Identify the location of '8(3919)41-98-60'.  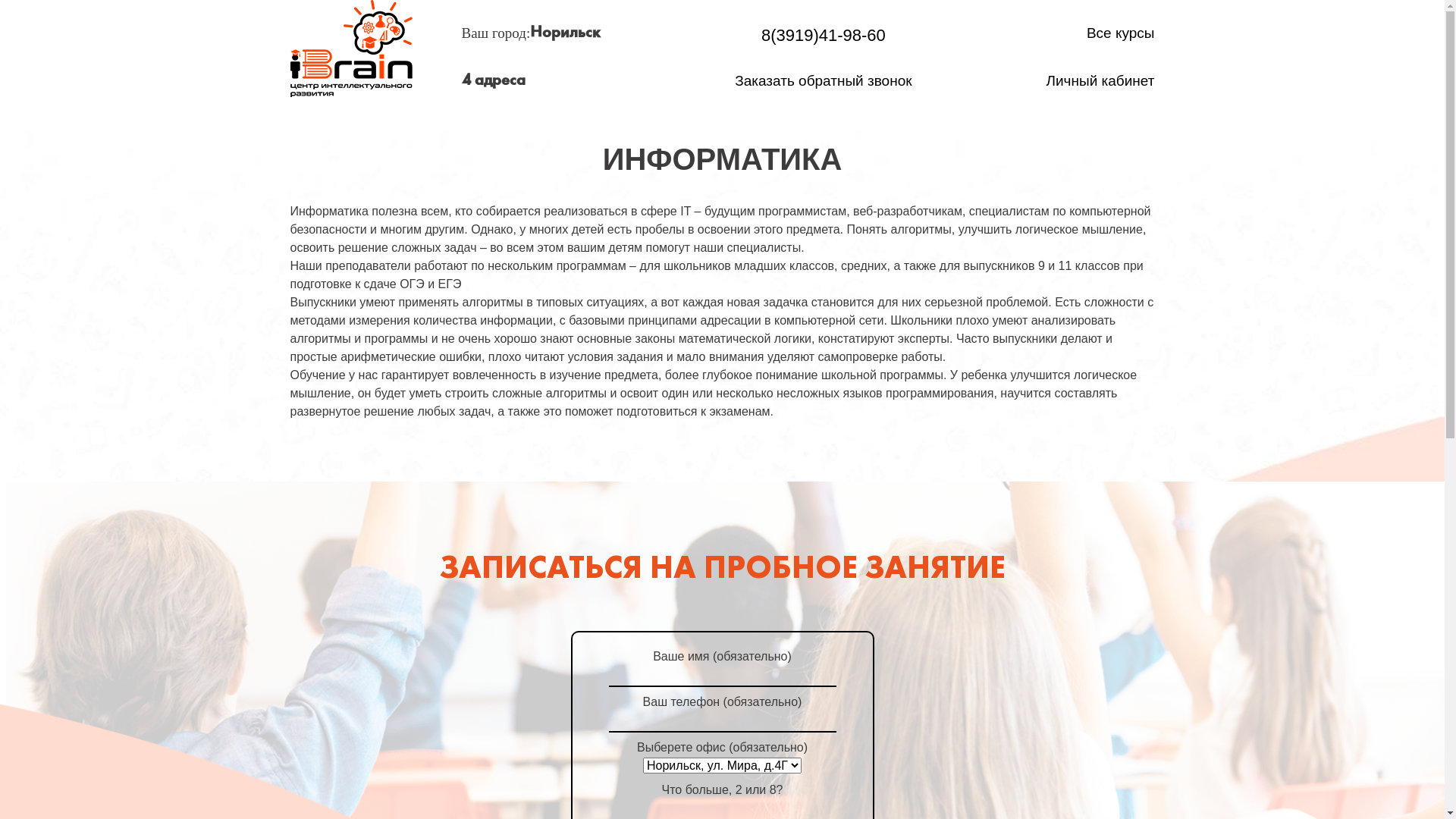
(822, 34).